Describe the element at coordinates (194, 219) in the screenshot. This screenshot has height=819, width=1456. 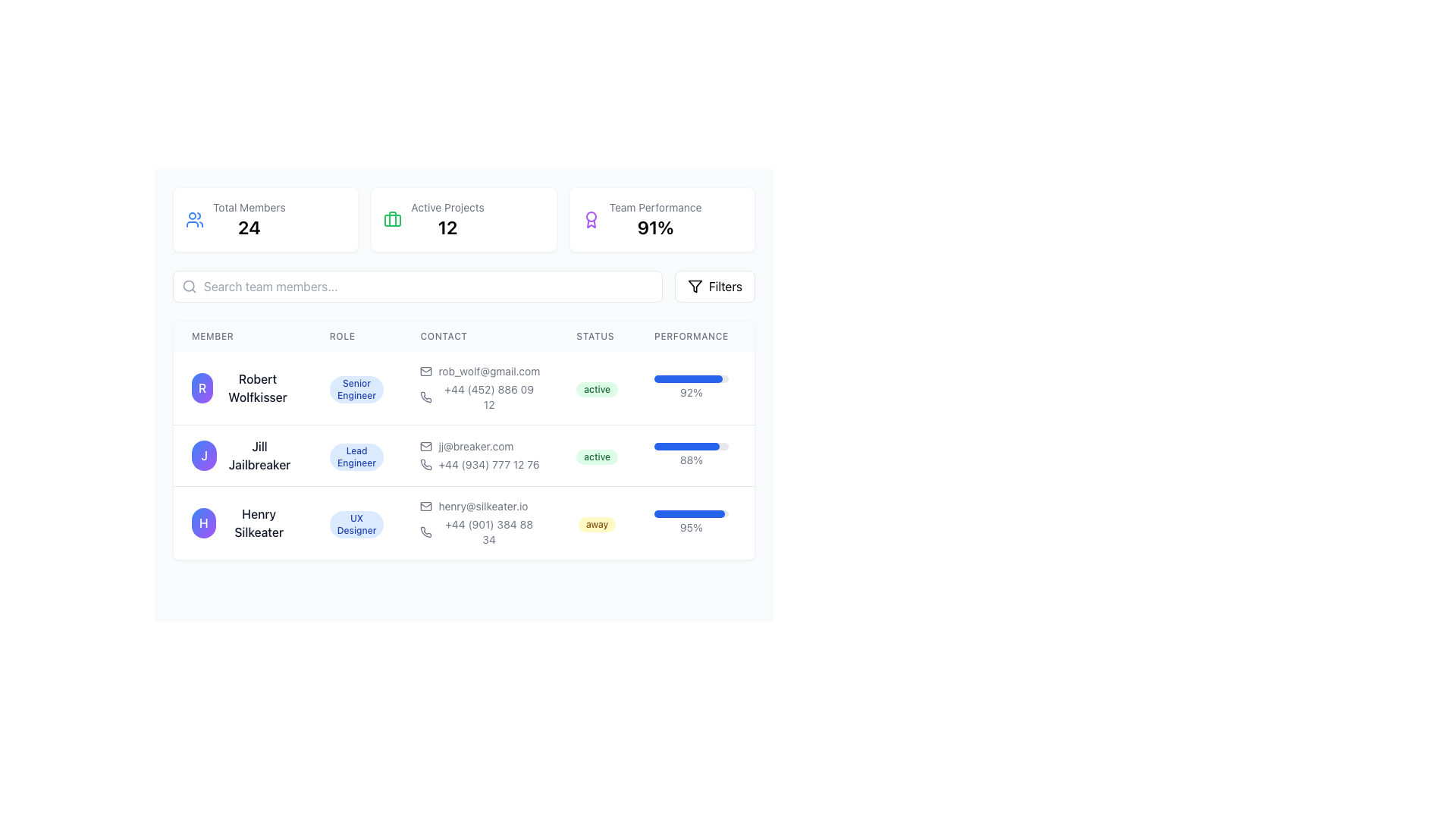
I see `the icon that visually enhances the 'Total Members' display, which is positioned to the left of the text label 'Total Members'` at that location.